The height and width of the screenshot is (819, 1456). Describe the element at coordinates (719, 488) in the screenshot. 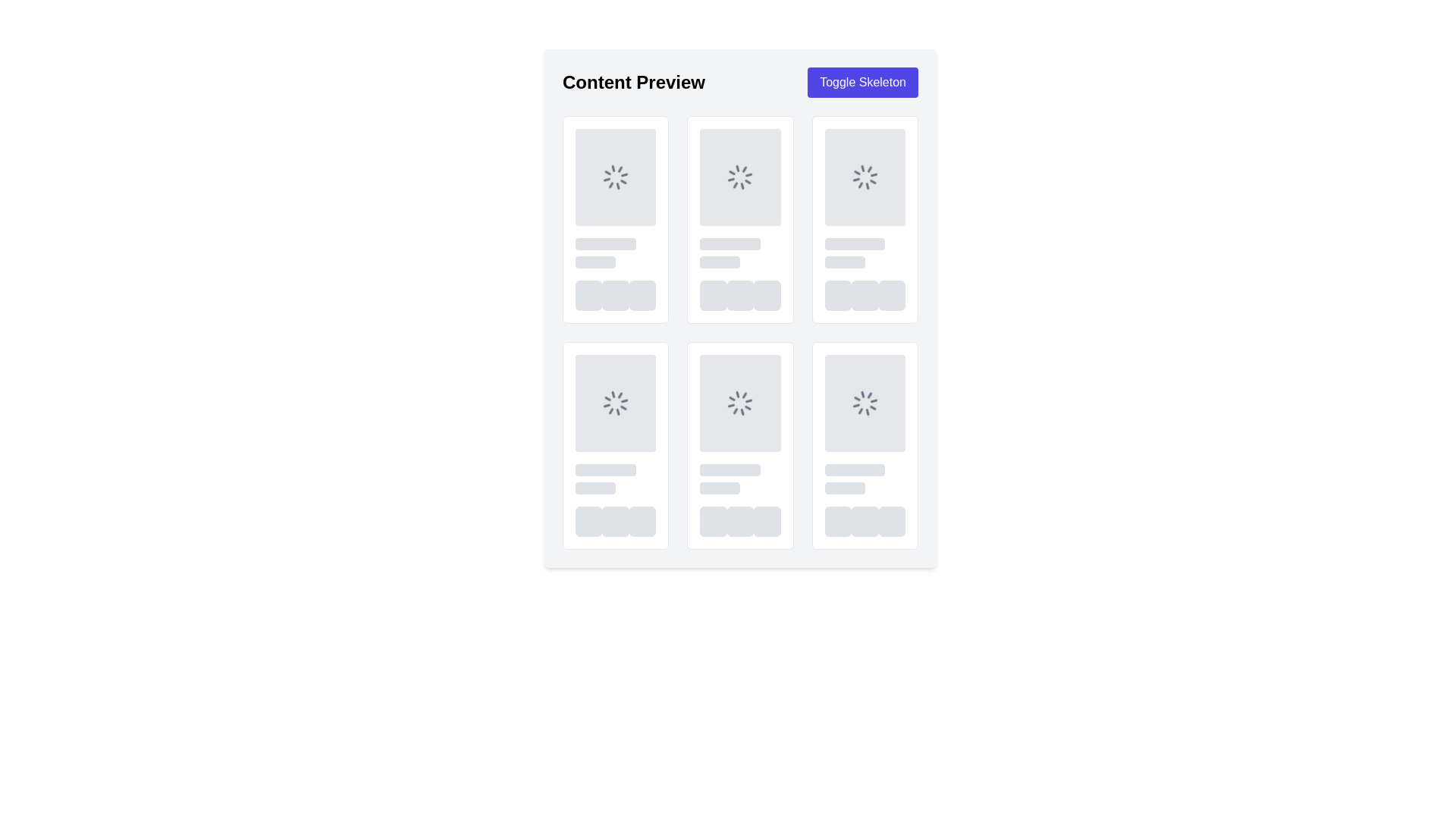

I see `the second skeleton loading bar element, which is styled with a gray background and has rounded corners, positioned in the center column of the second row, just below the spinner icon` at that location.